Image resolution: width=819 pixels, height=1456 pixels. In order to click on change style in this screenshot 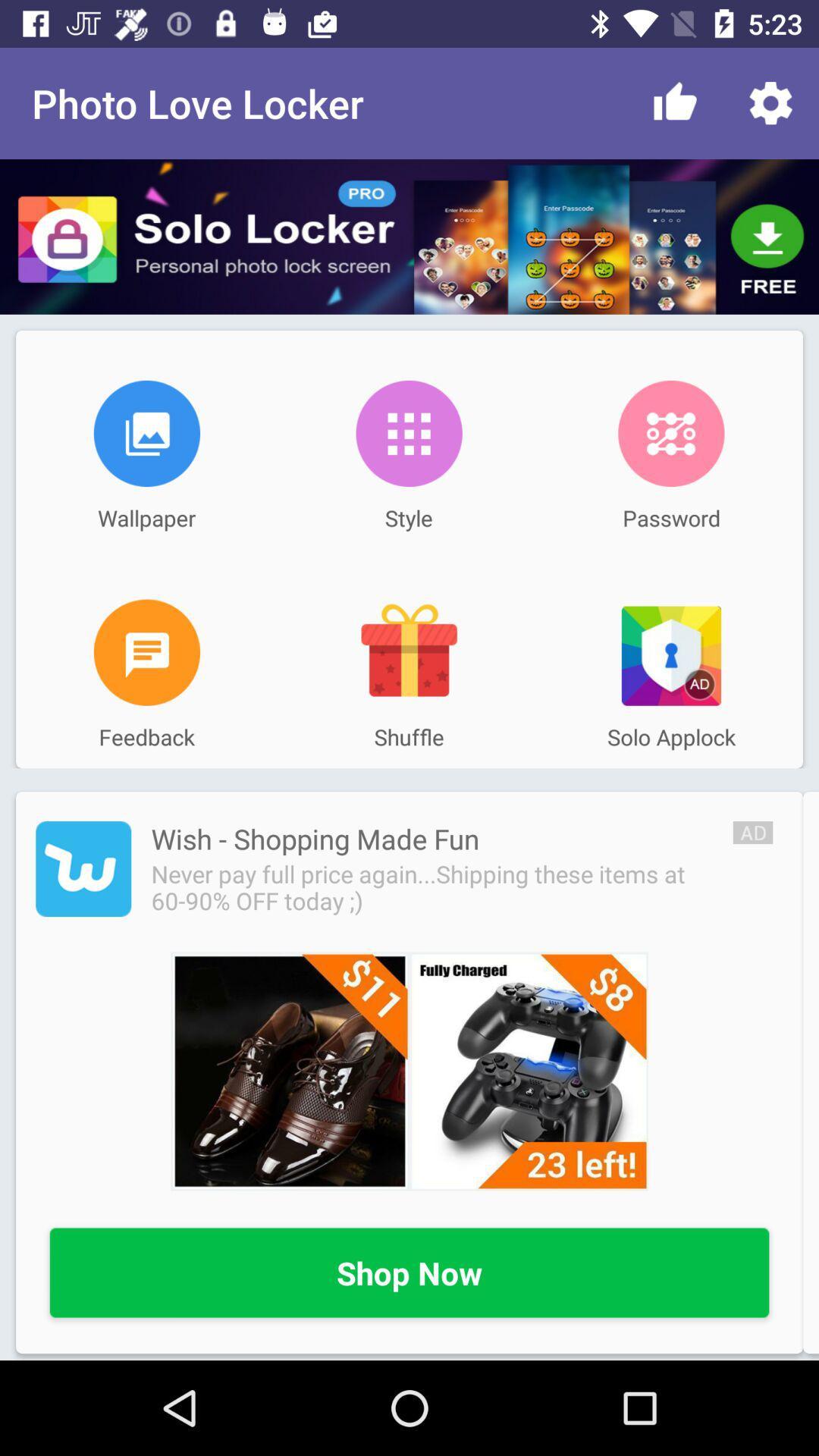, I will do `click(408, 432)`.